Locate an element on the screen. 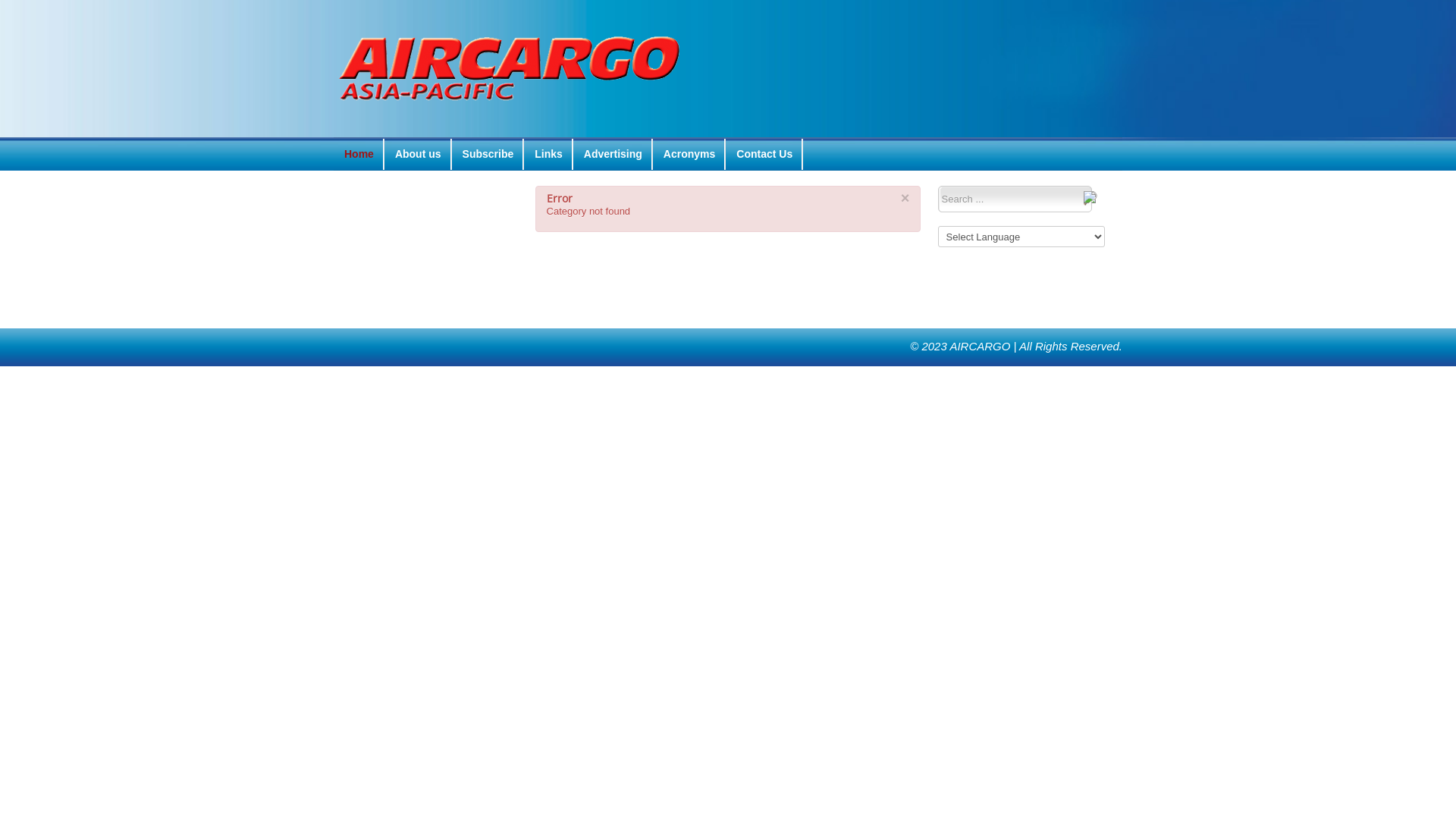  'Acronyms' is located at coordinates (652, 154).